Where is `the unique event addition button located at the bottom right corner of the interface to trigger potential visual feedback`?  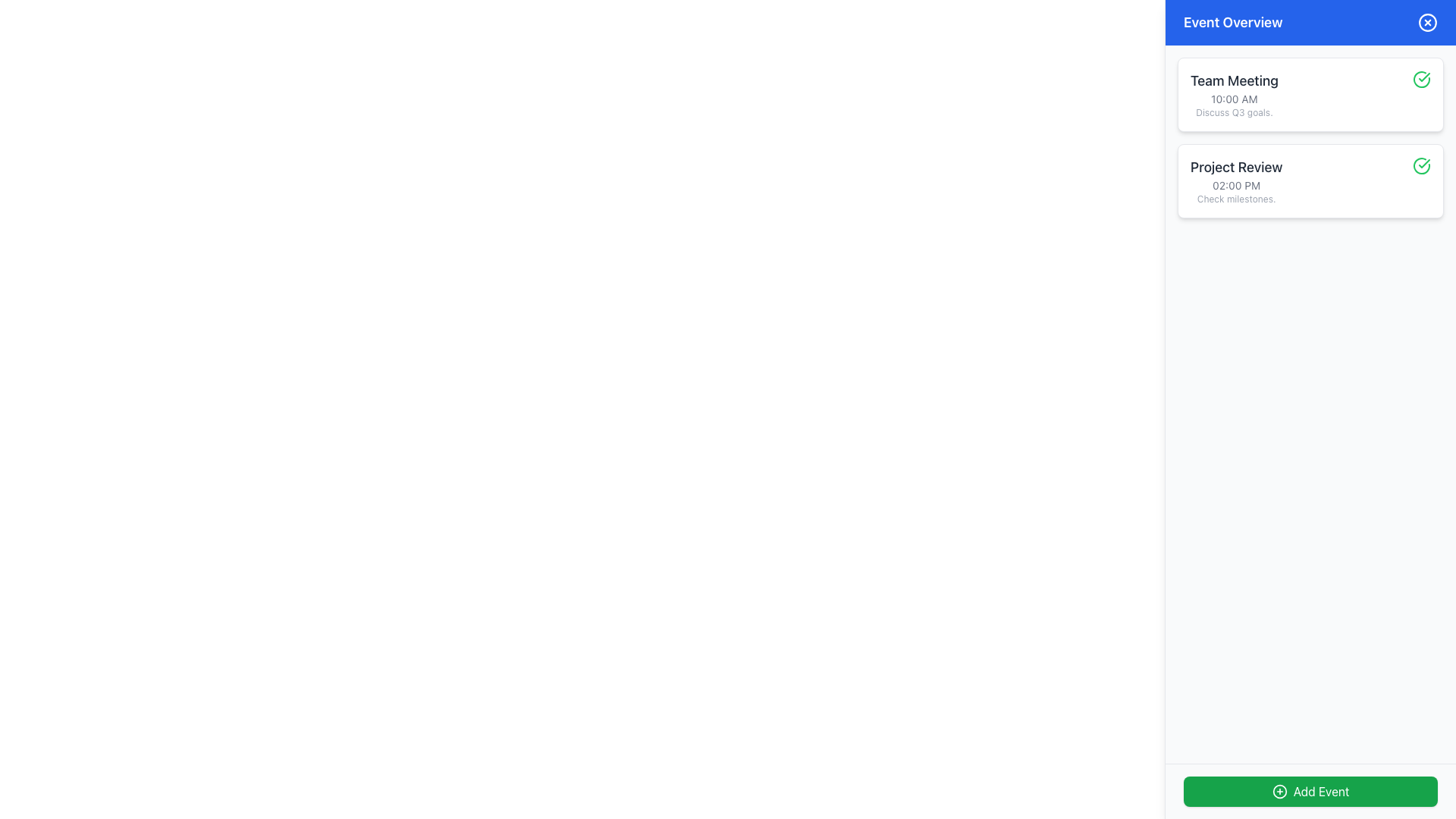 the unique event addition button located at the bottom right corner of the interface to trigger potential visual feedback is located at coordinates (1310, 791).